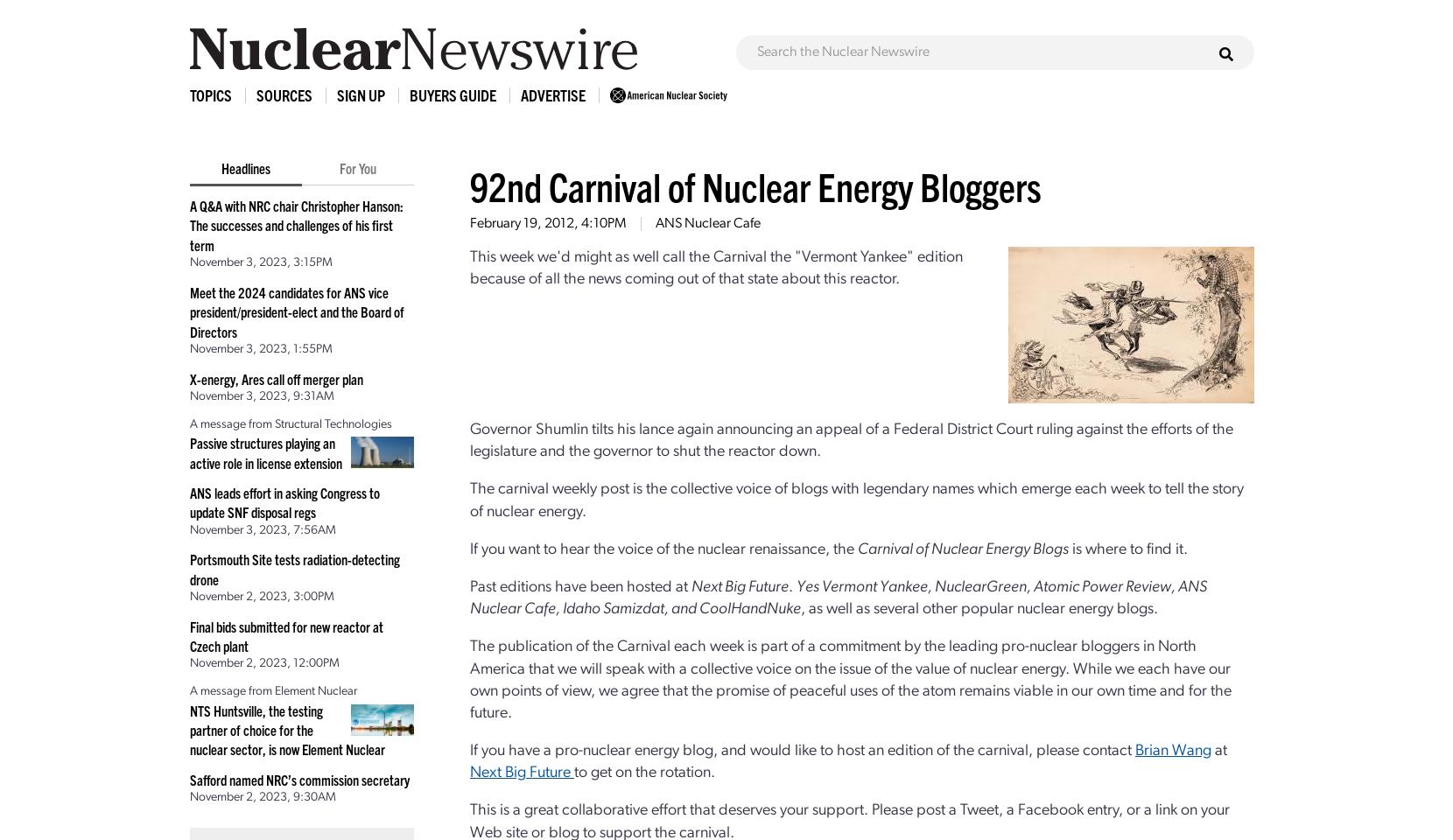 This screenshot has width=1453, height=840. What do you see at coordinates (188, 568) in the screenshot?
I see `'Portsmouth Site tests radiation-detecting drone'` at bounding box center [188, 568].